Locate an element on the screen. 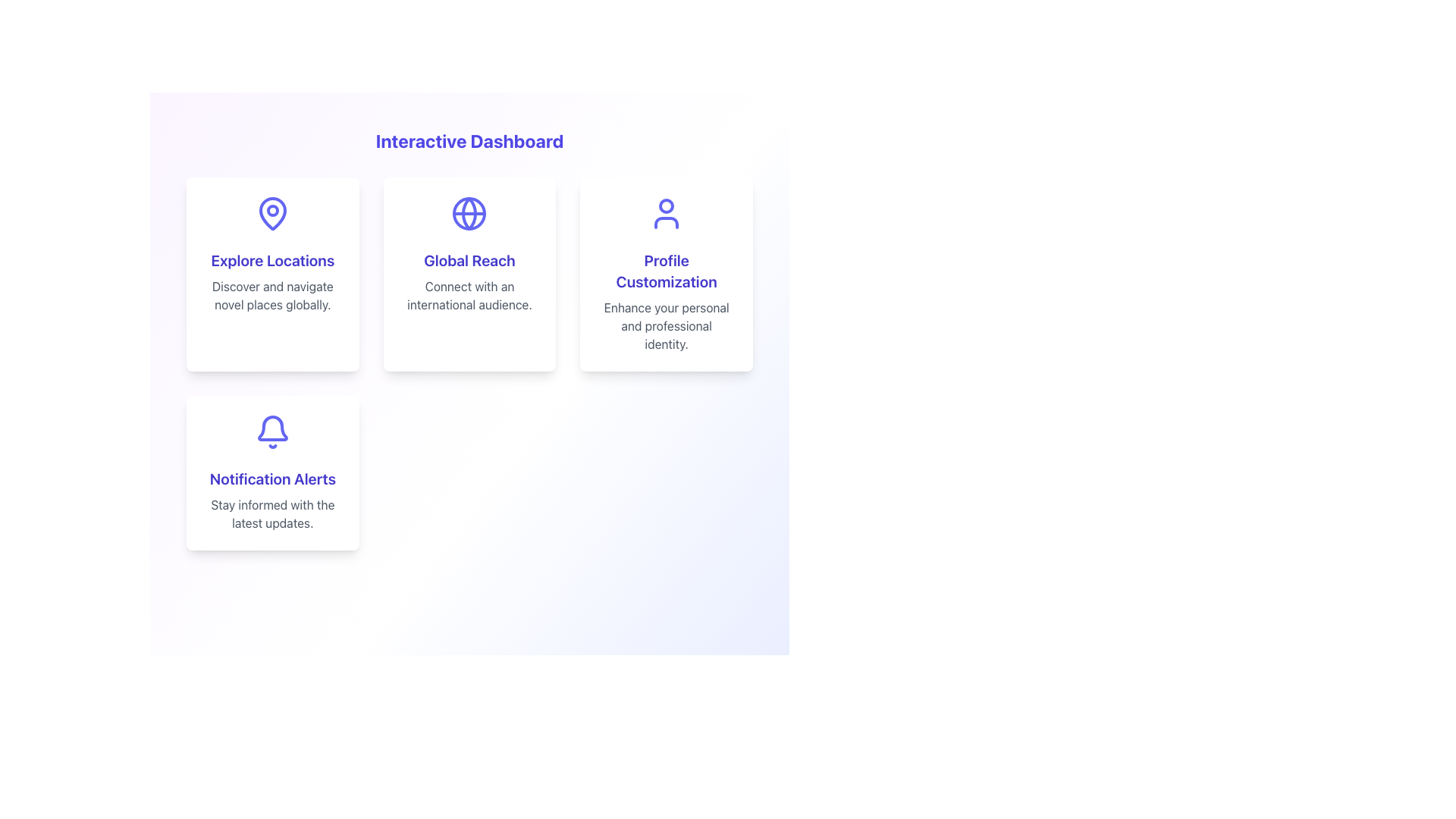 The height and width of the screenshot is (819, 1456). the notification alerts icon located in the top section of the card labeled 'Notification Alerts', positioned below the heading and above the descriptive text is located at coordinates (272, 432).